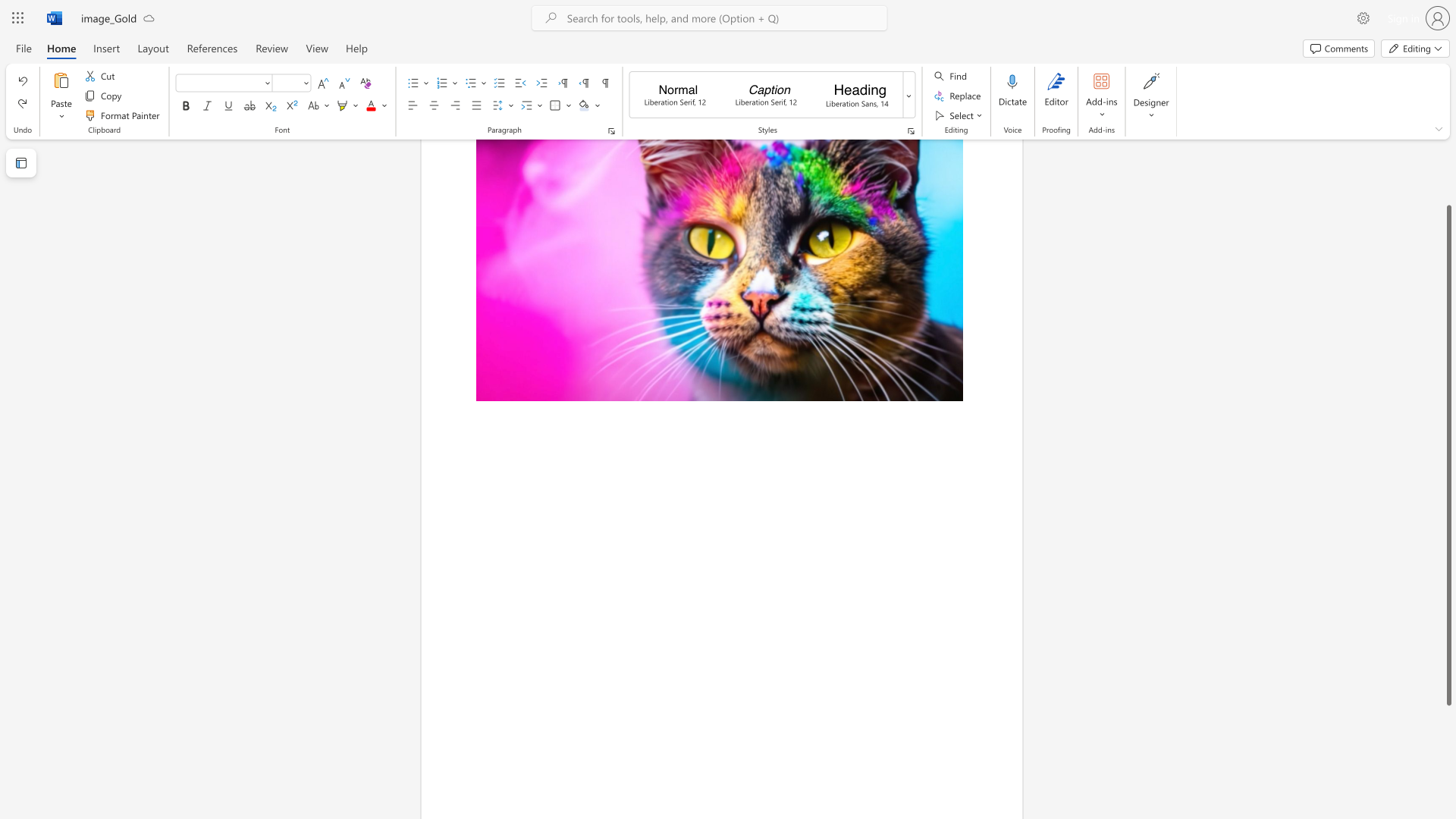  I want to click on the scrollbar on the right side to scroll the page up, so click(1448, 174).